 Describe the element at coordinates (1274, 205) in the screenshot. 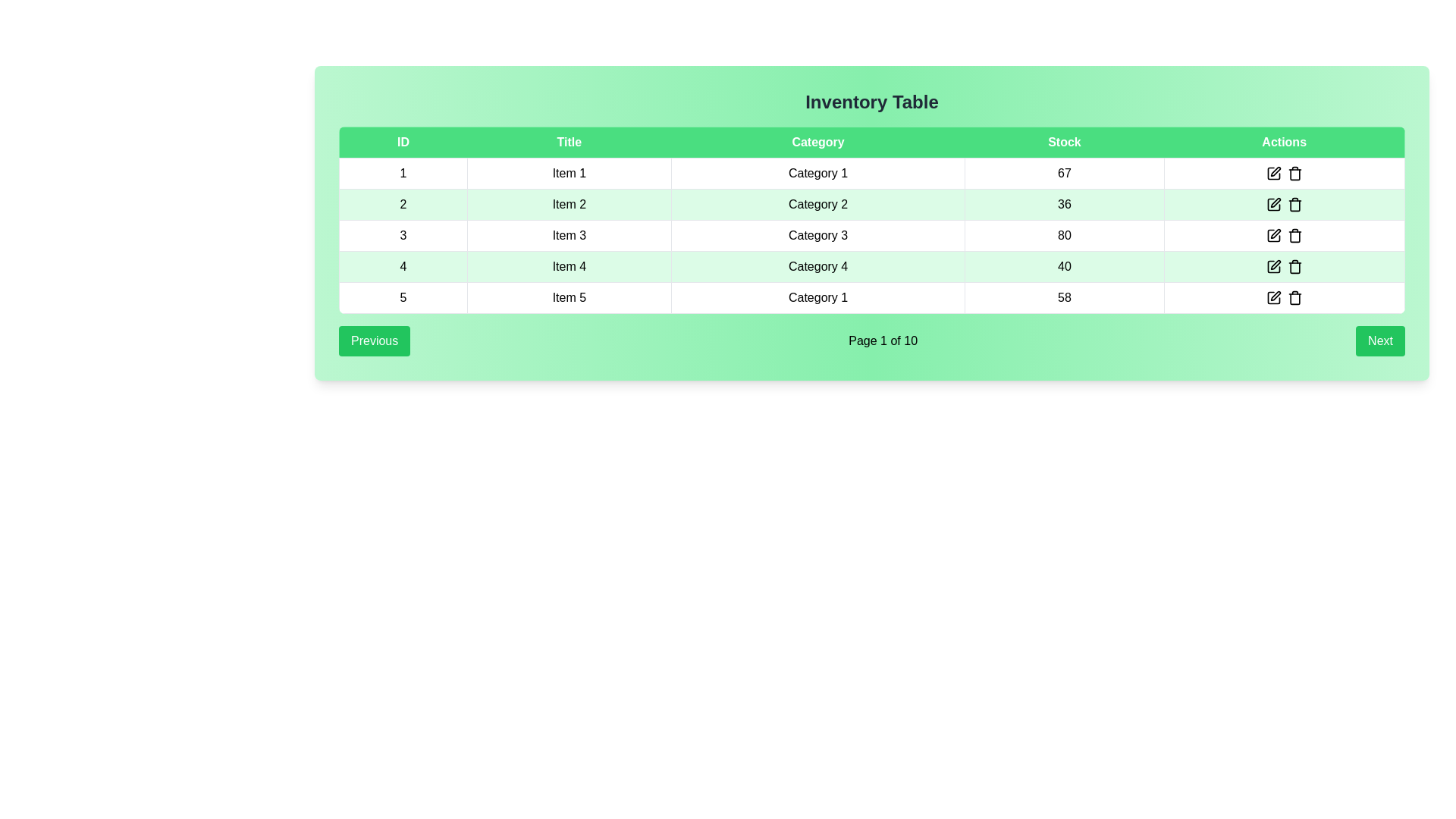

I see `the edit icon located in the 'Actions' column of the second row of the table, which visually represents the action of editing` at that location.